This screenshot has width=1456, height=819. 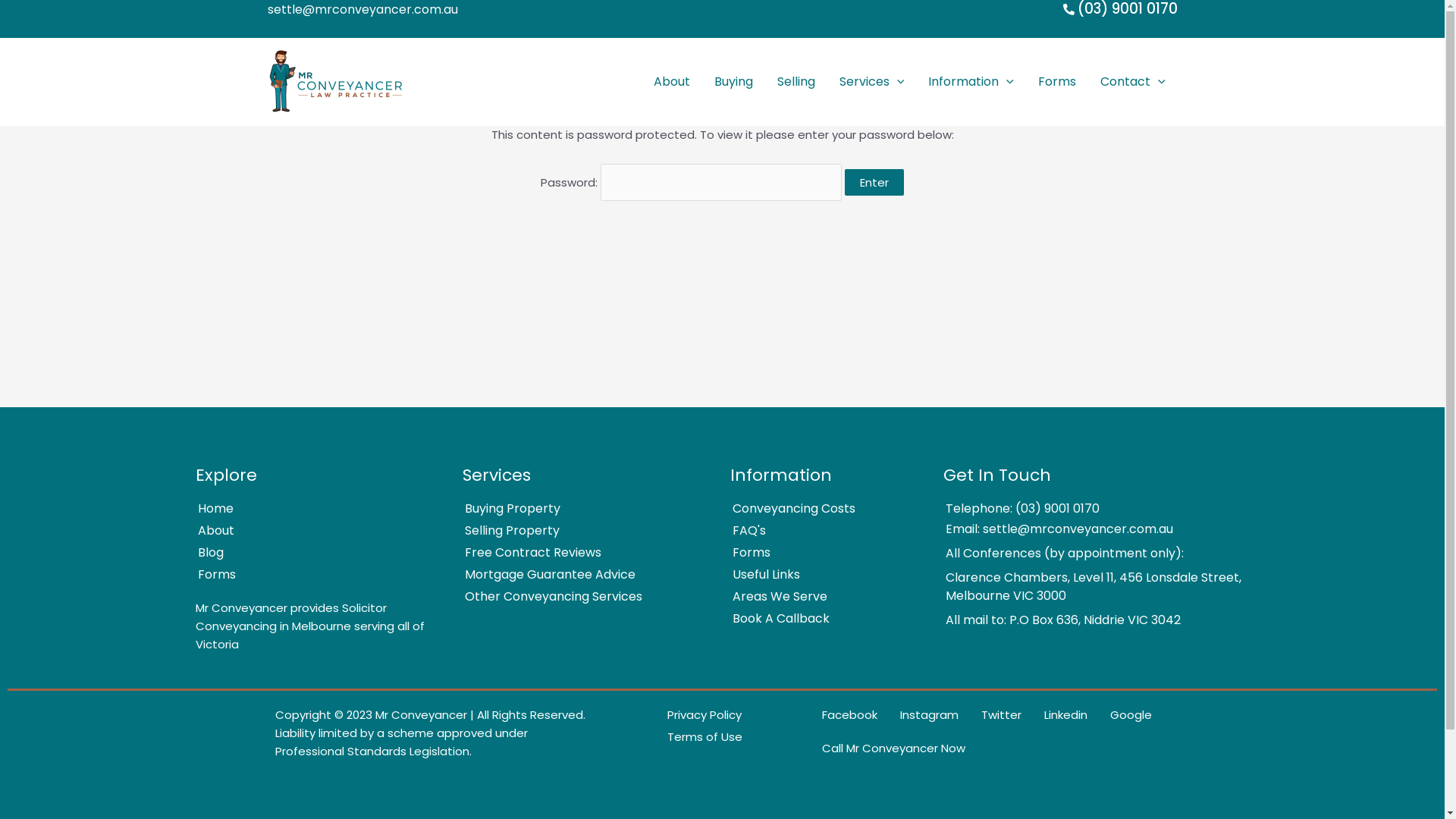 I want to click on 'Useful Links', so click(x=818, y=575).